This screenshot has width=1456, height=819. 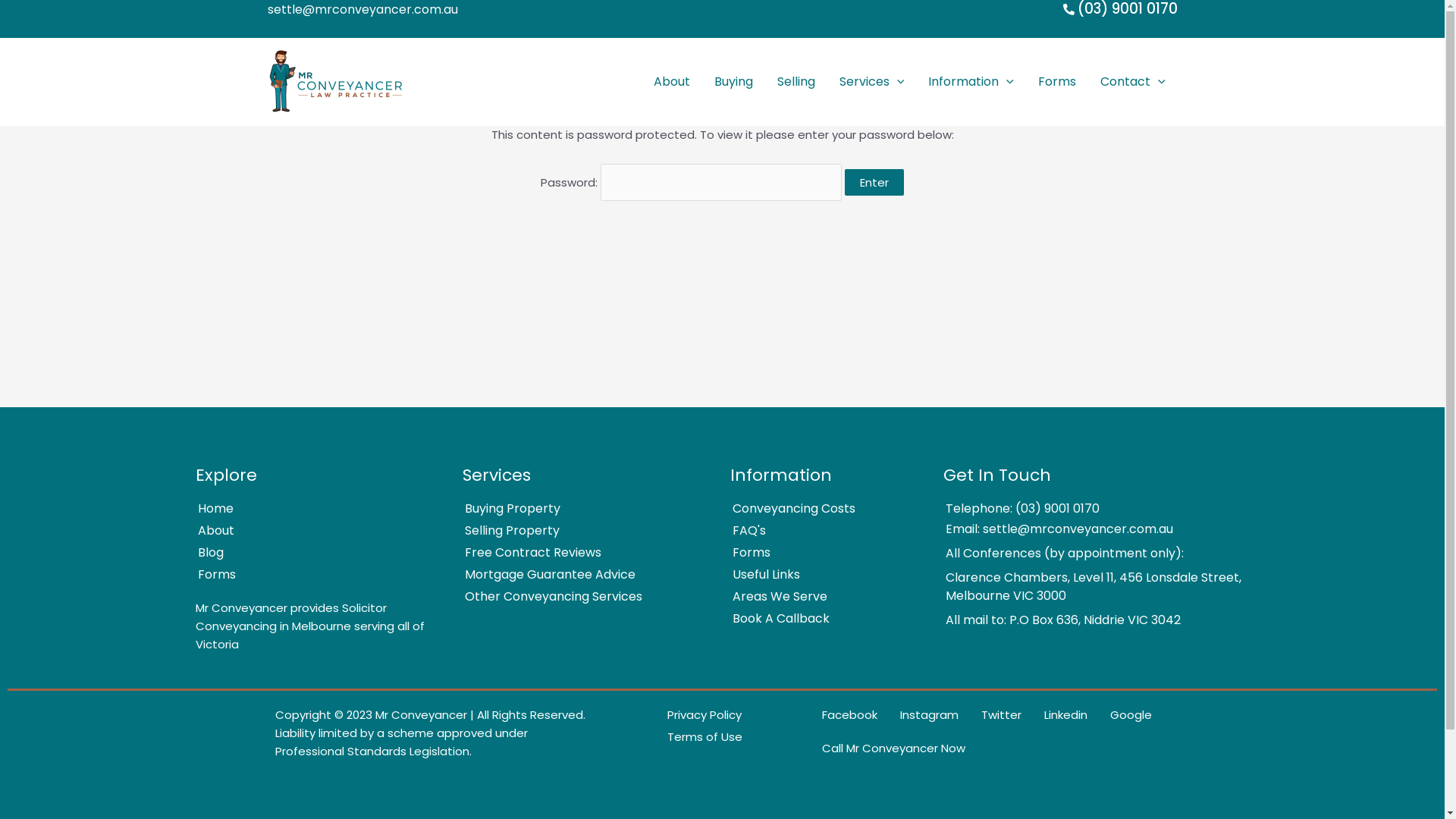 I want to click on 'Useful Links', so click(x=818, y=575).